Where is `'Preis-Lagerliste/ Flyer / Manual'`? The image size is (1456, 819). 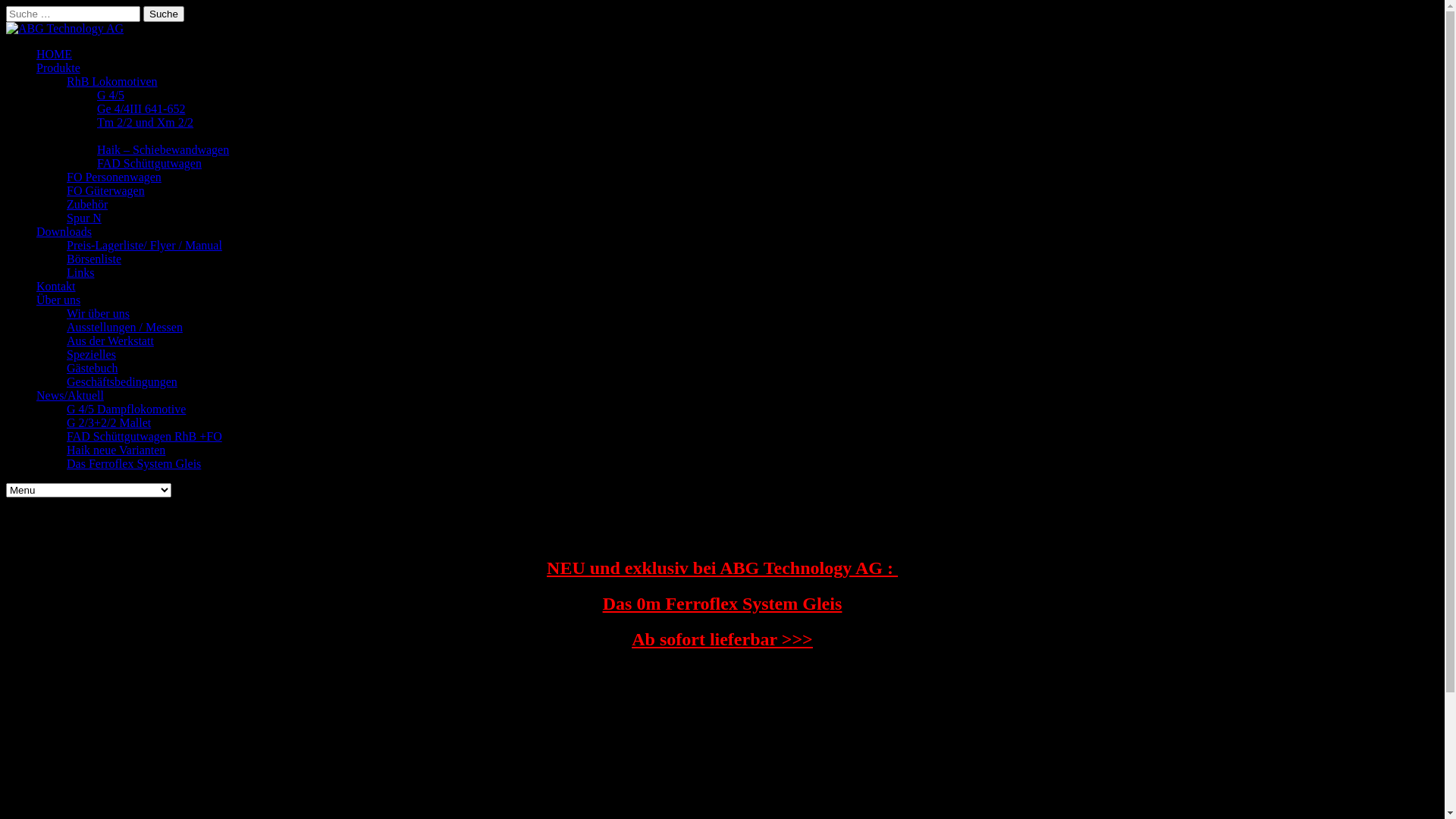 'Preis-Lagerliste/ Flyer / Manual' is located at coordinates (144, 244).